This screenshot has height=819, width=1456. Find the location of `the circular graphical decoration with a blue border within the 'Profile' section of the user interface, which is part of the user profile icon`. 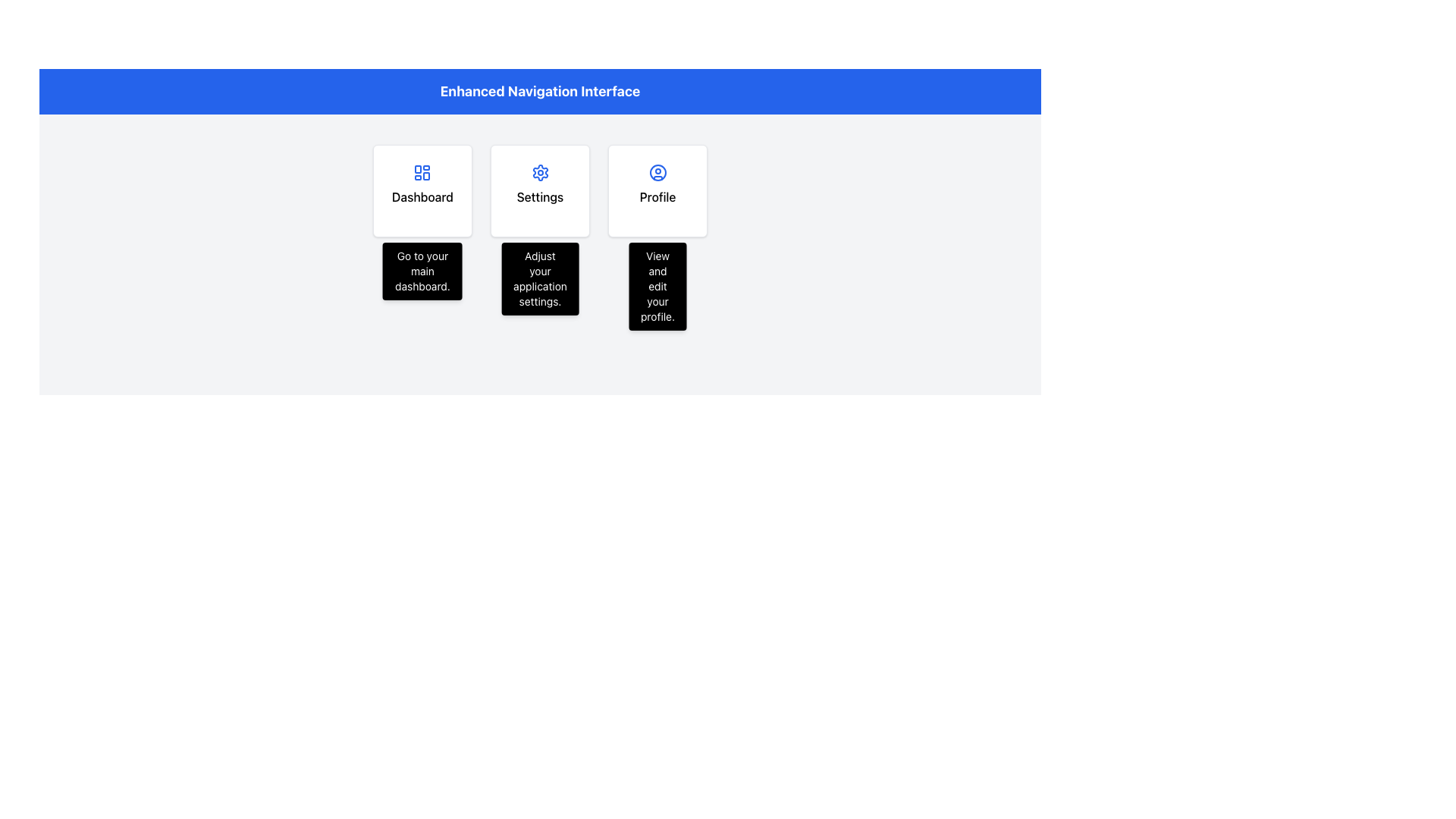

the circular graphical decoration with a blue border within the 'Profile' section of the user interface, which is part of the user profile icon is located at coordinates (657, 171).